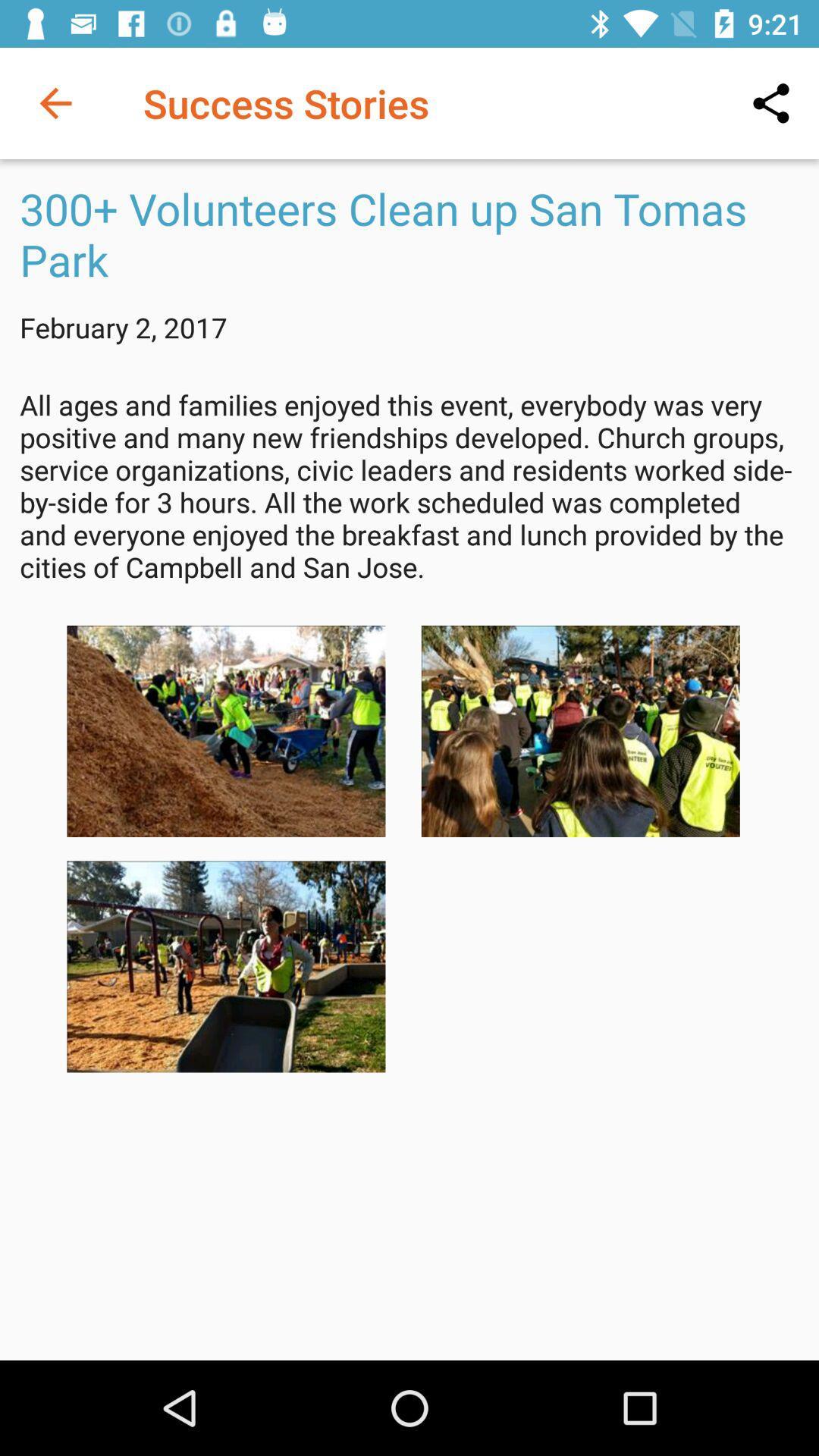 This screenshot has width=819, height=1456. Describe the element at coordinates (55, 102) in the screenshot. I see `item above 300 volunteers clean item` at that location.